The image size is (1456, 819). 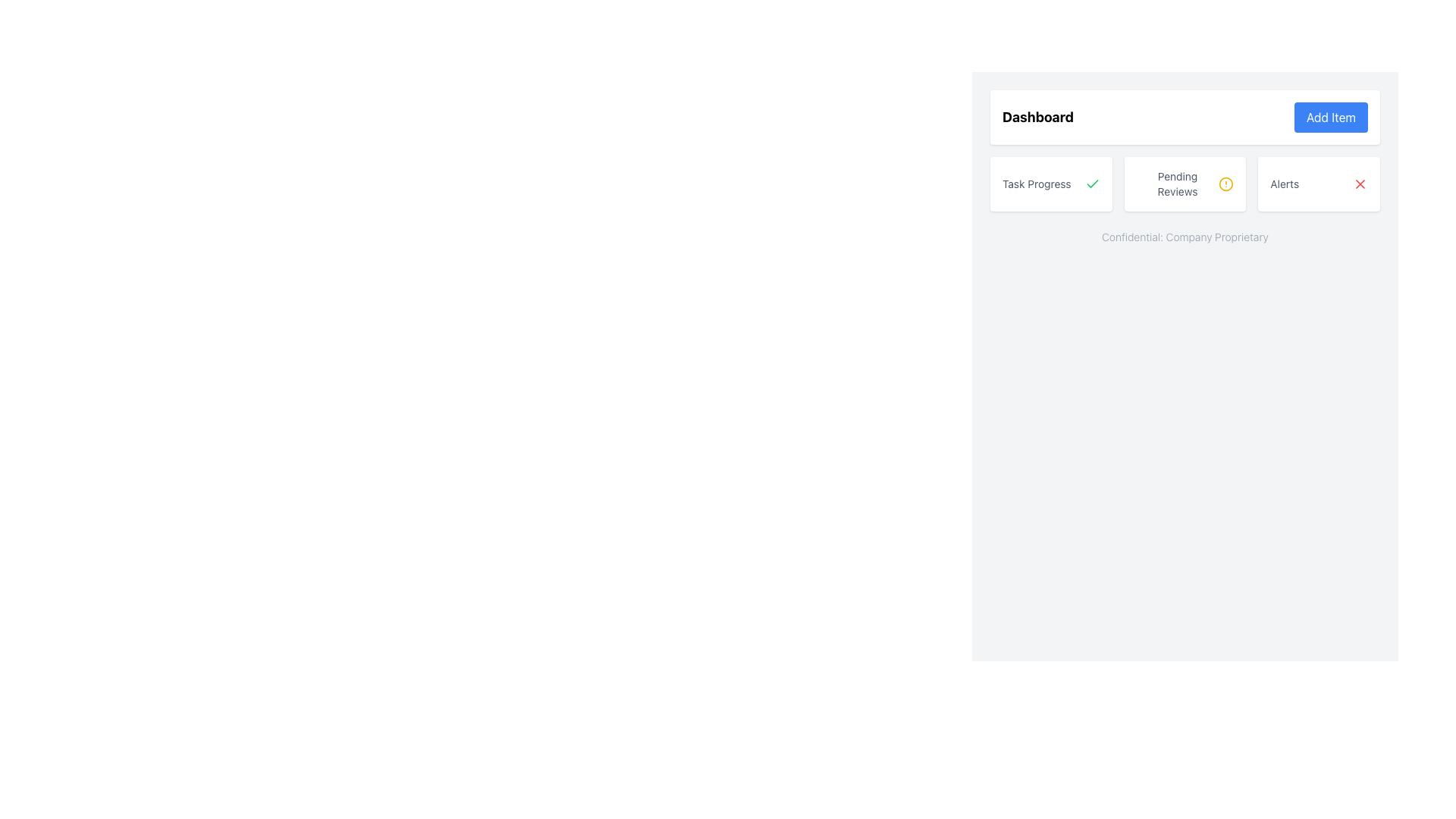 I want to click on the Text Label in the pending reviews section, which indicates items requiring review, located in the middle card under the 'Dashboard' heading, so click(x=1177, y=184).